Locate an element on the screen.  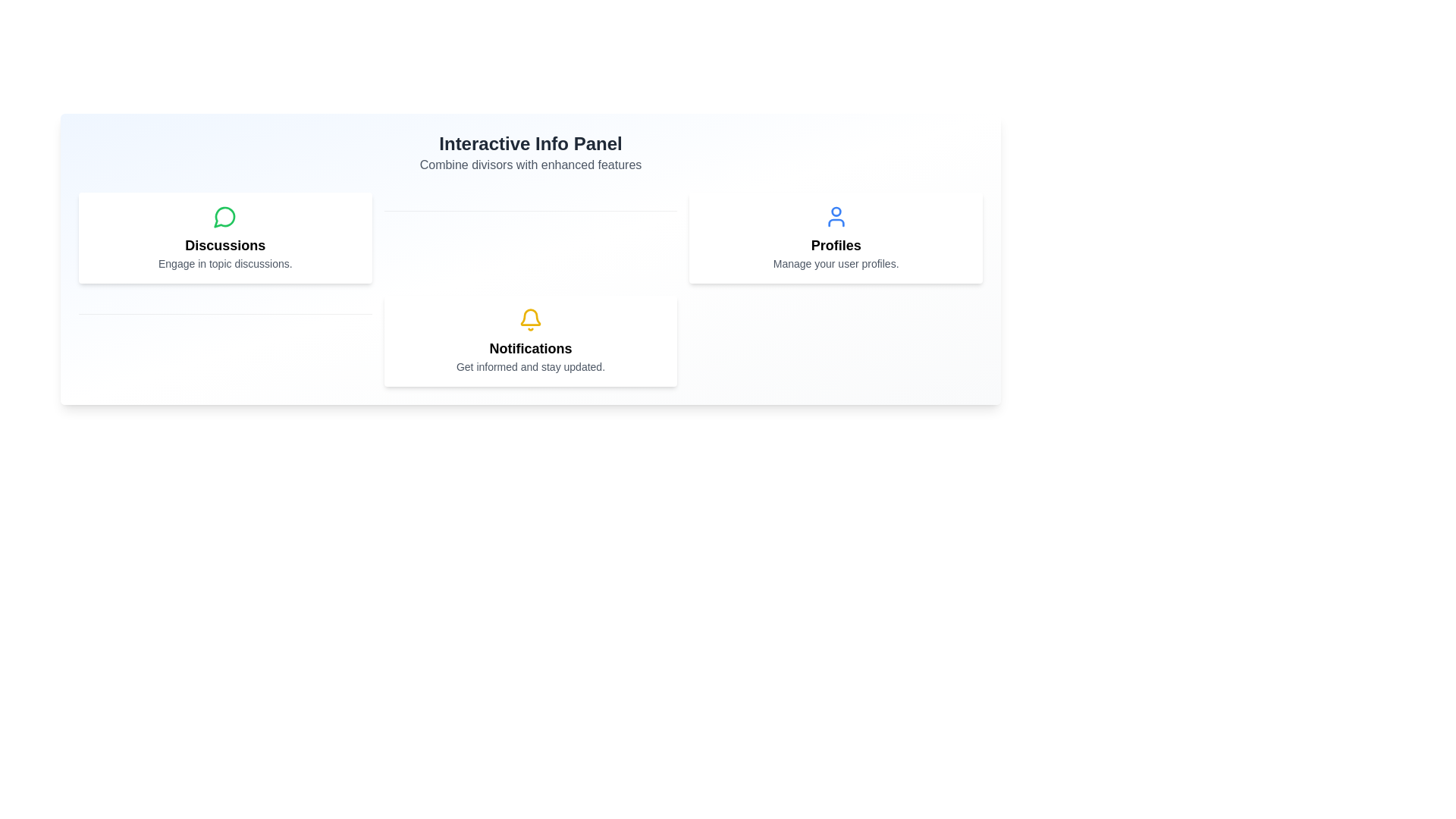
the non-interactive informational panel that serves as an introduction or overview for the following content, located at the upper section of the layout is located at coordinates (531, 152).